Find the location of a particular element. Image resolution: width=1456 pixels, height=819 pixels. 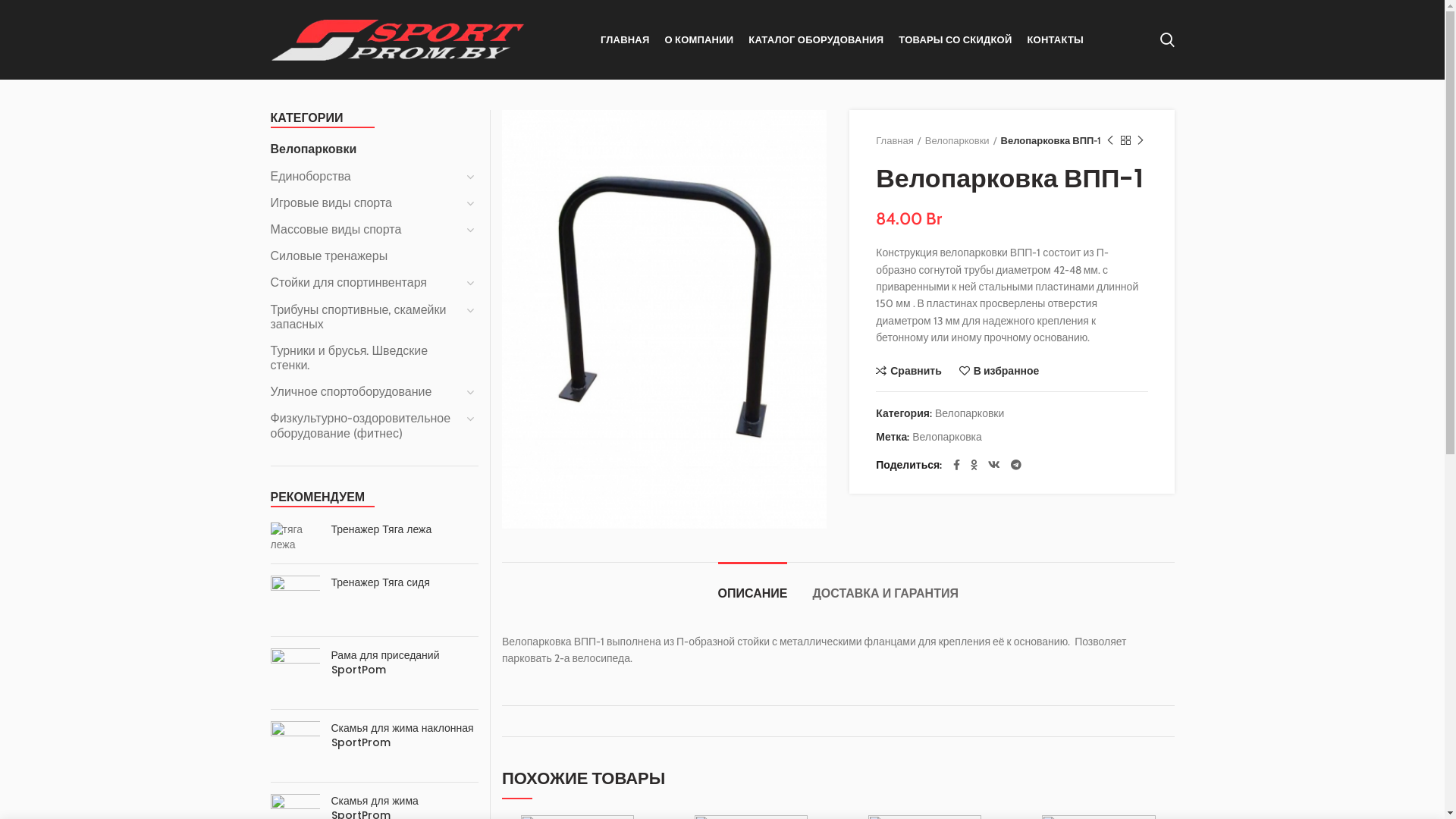

'Odnoklassniki' is located at coordinates (312, 730).